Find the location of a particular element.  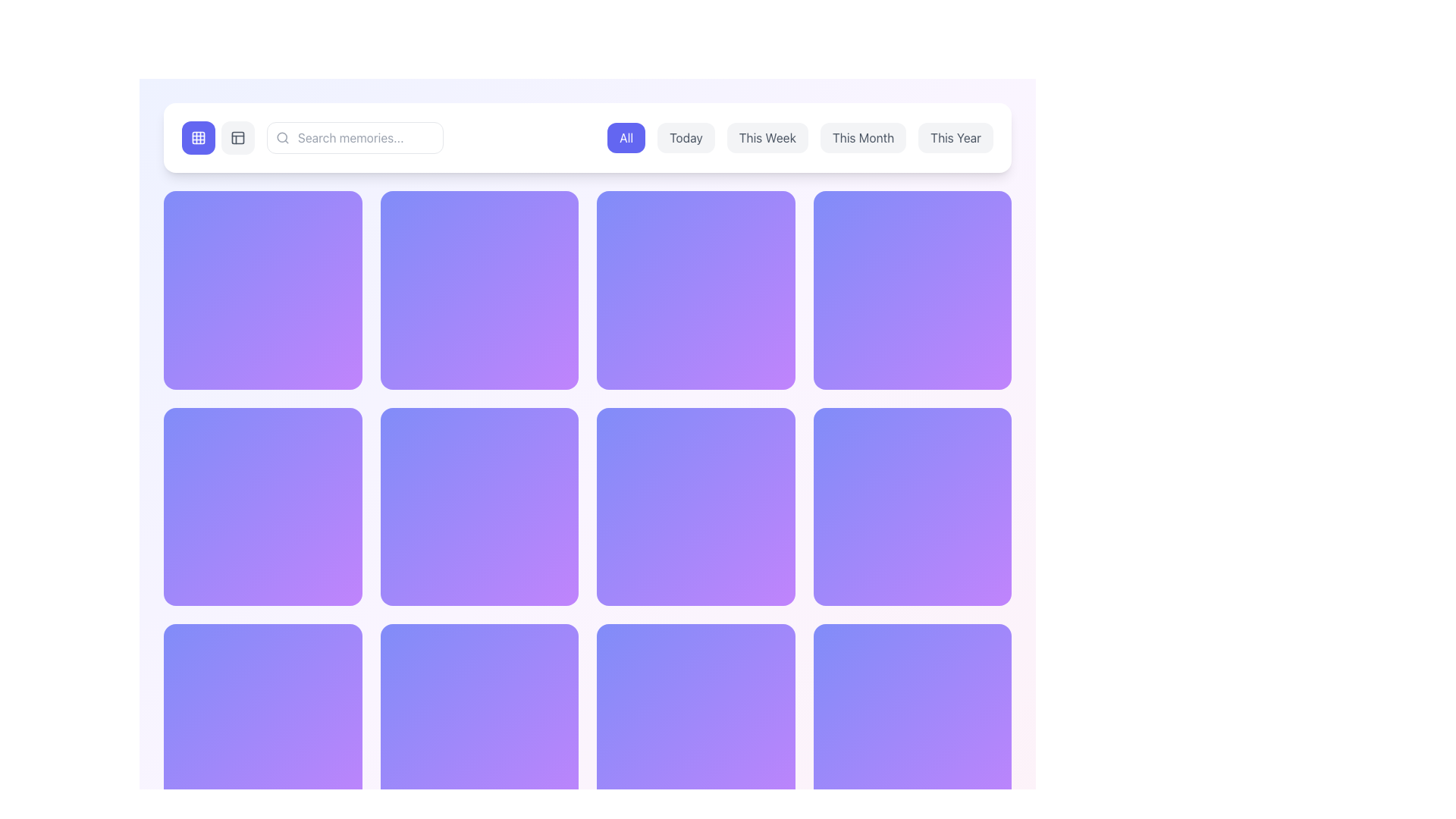

the interactive panel containing buttons and icons located in the top-right corner of the grid panel is located at coordinates (304, 432).